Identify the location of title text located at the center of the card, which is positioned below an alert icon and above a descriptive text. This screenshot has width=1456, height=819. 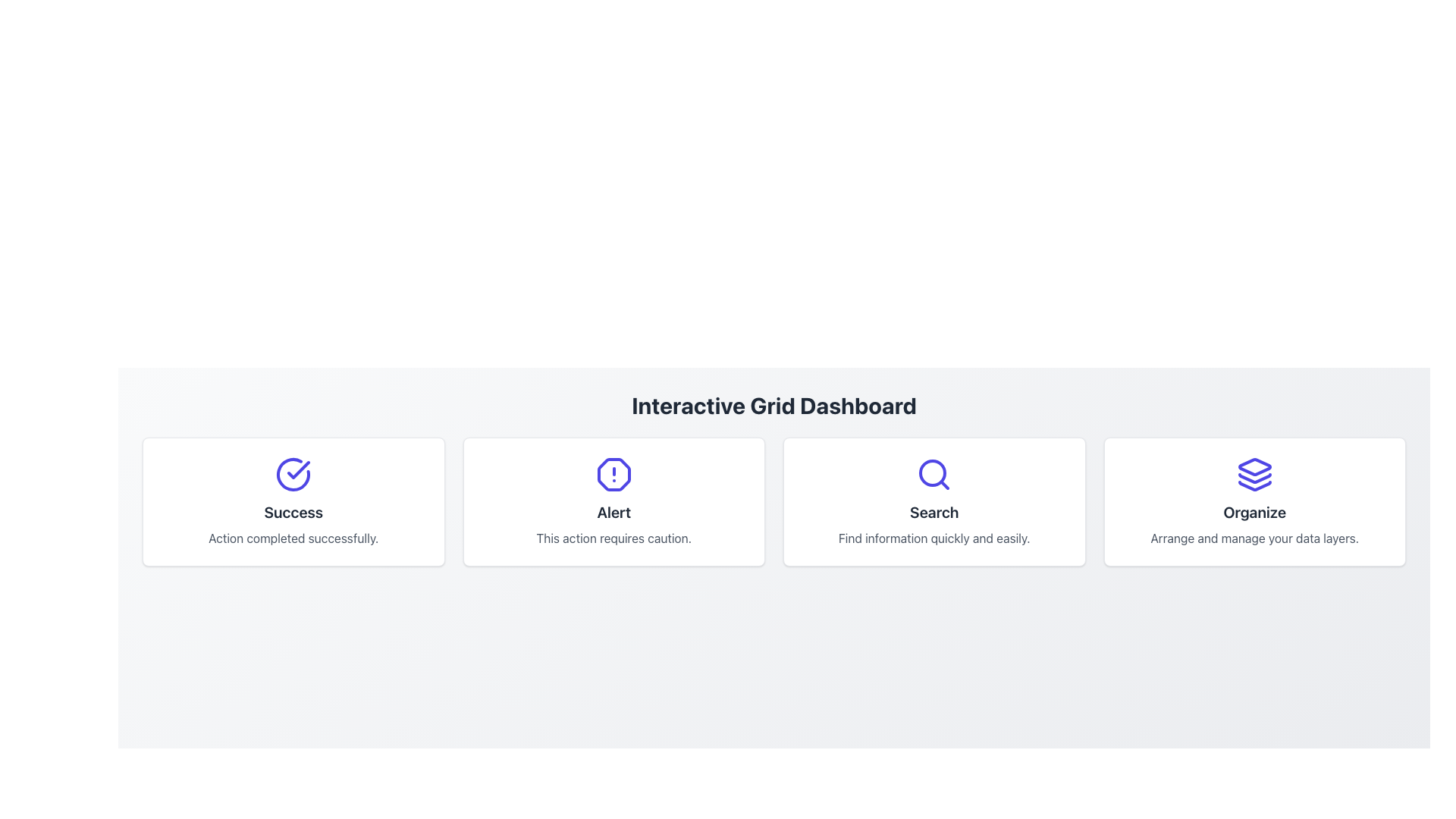
(613, 512).